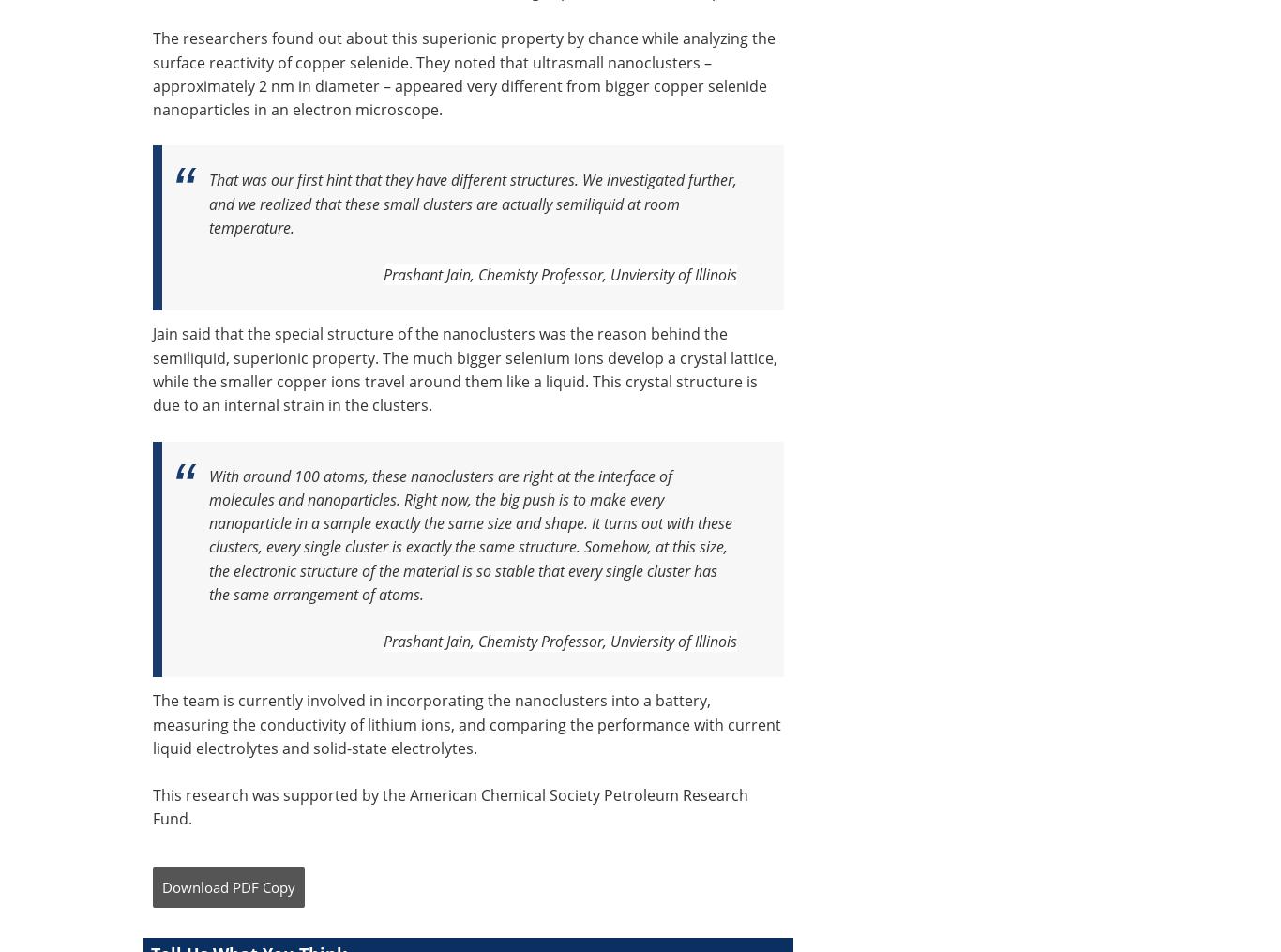 The width and height of the screenshot is (1281, 952). Describe the element at coordinates (450, 807) in the screenshot. I see `'This research was supported by the American Chemical Society Petroleum Research Fund.'` at that location.